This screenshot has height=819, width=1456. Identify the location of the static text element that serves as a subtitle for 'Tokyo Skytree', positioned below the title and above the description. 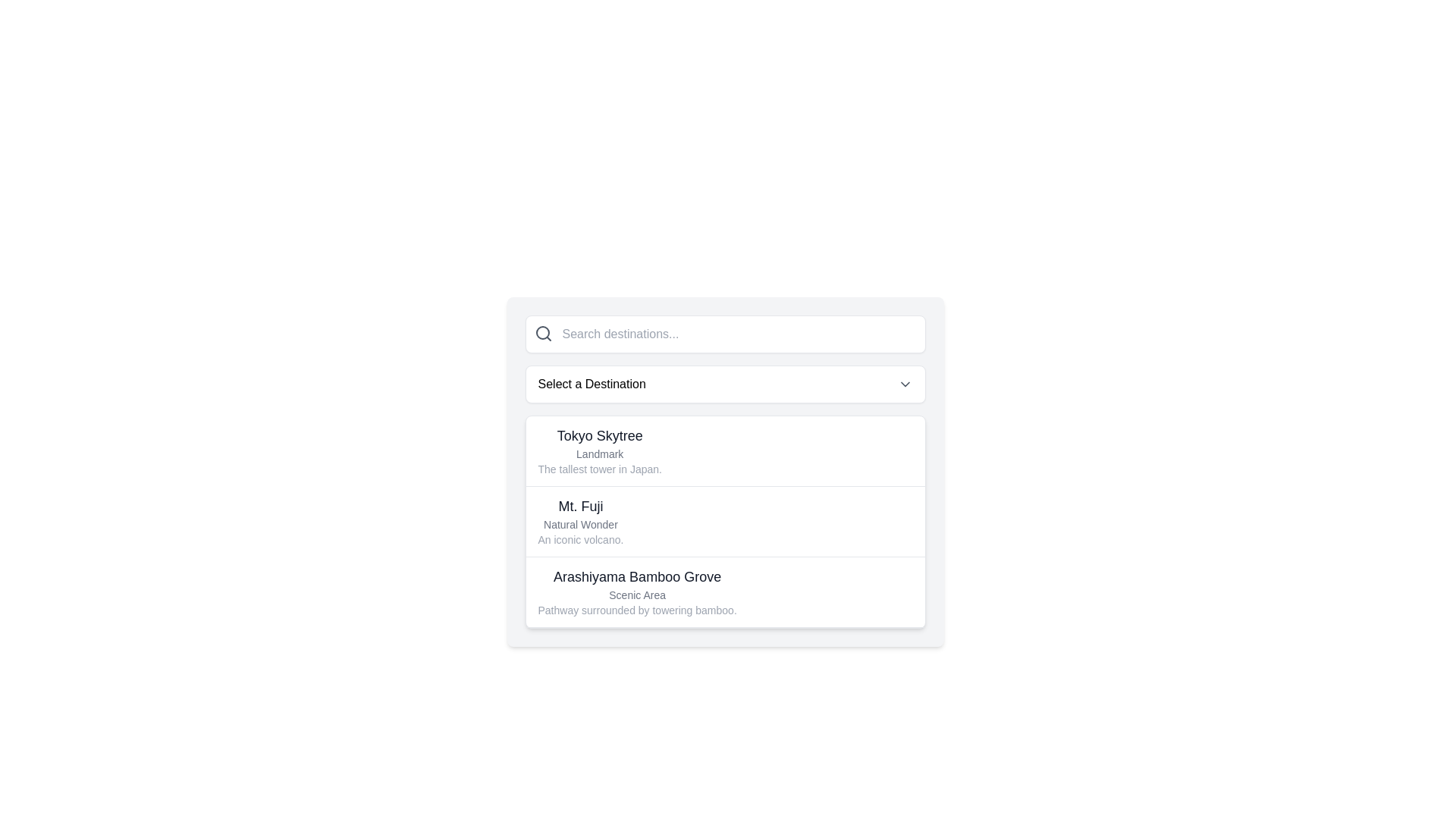
(599, 453).